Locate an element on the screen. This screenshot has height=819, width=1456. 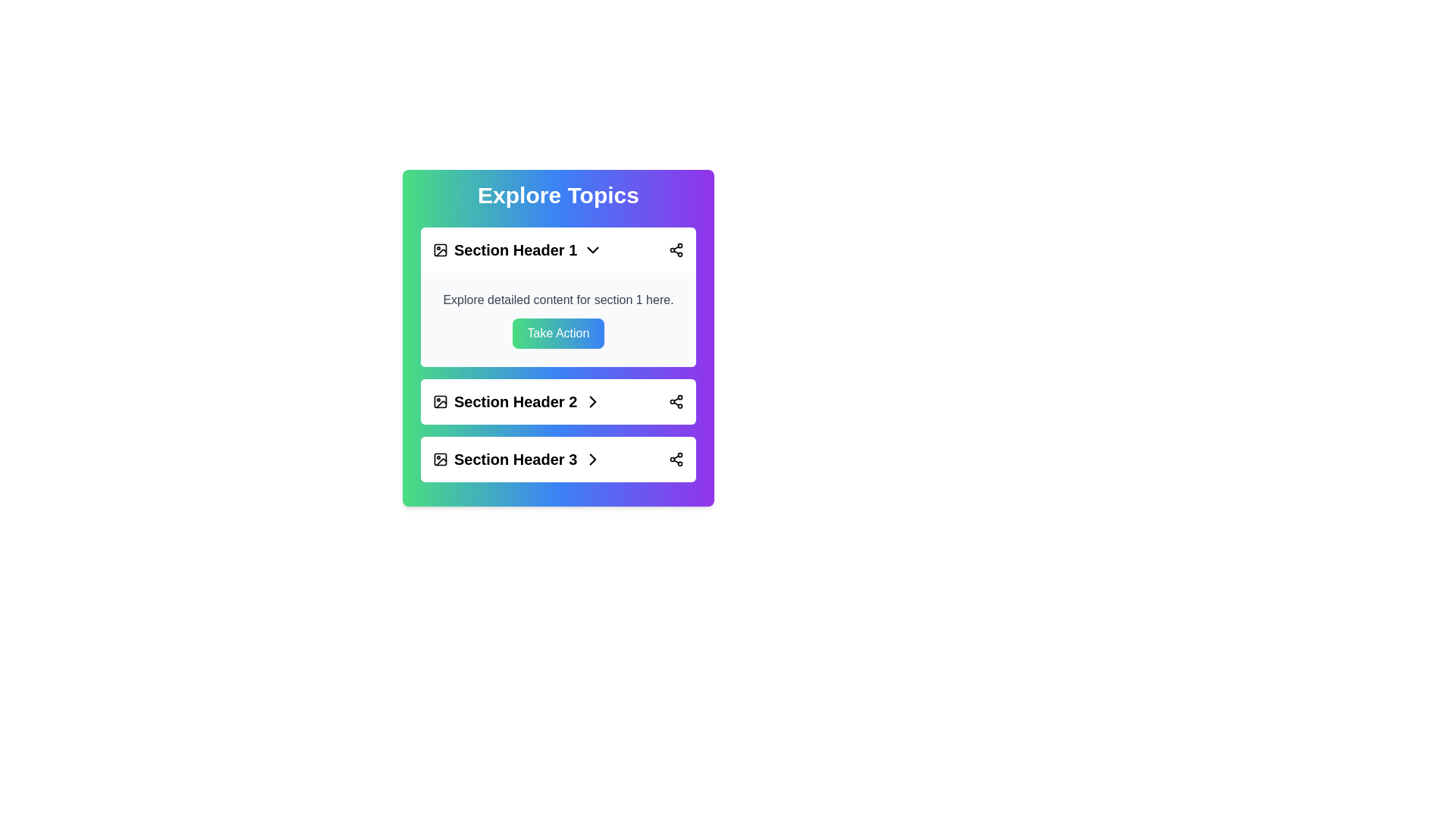
the Chevron icon indicating navigation for 'Section Header 3' is located at coordinates (592, 400).